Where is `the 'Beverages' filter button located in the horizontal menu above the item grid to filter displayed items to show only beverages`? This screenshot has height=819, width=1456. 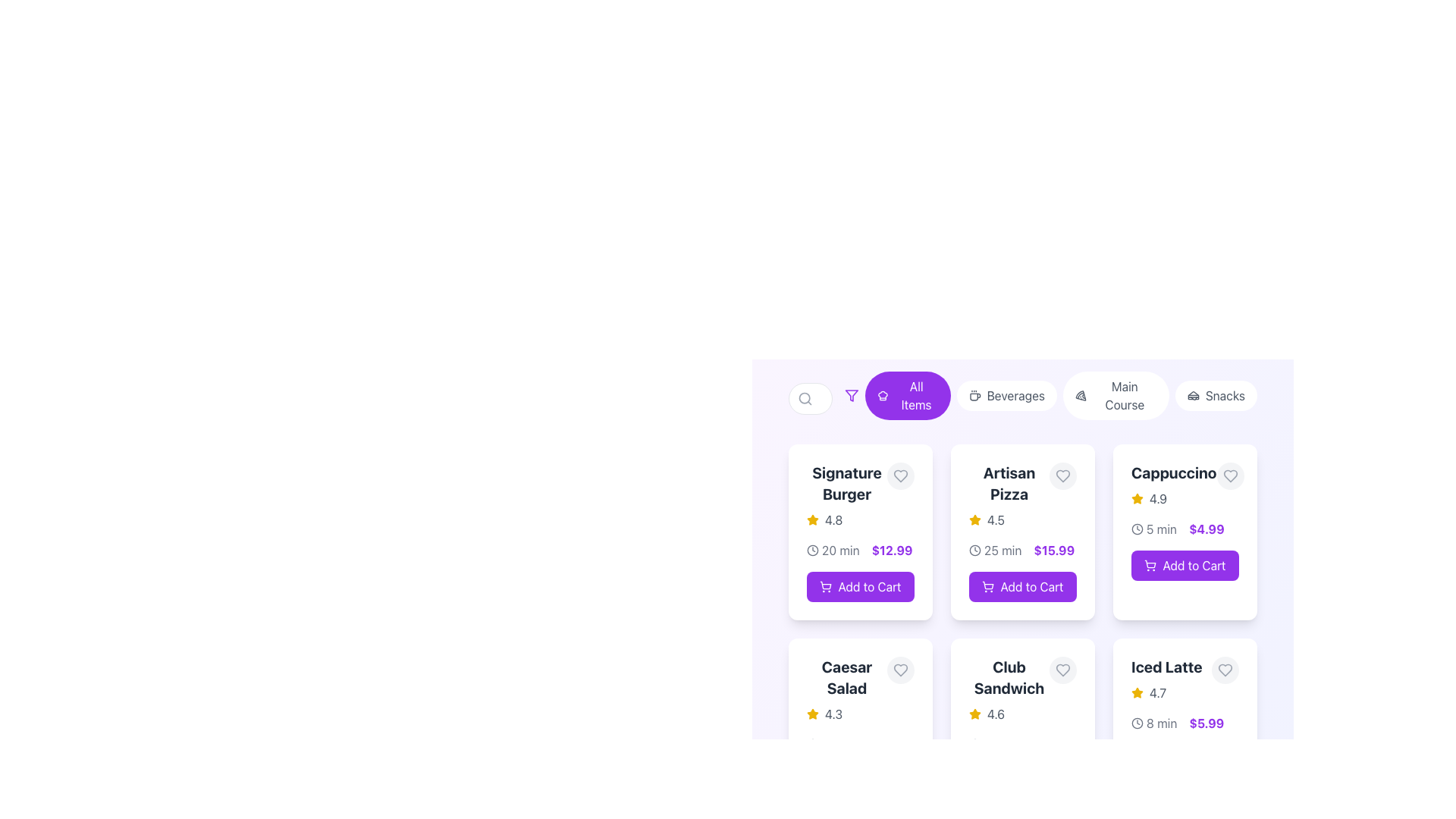
the 'Beverages' filter button located in the horizontal menu above the item grid to filter displayed items to show only beverages is located at coordinates (1006, 394).